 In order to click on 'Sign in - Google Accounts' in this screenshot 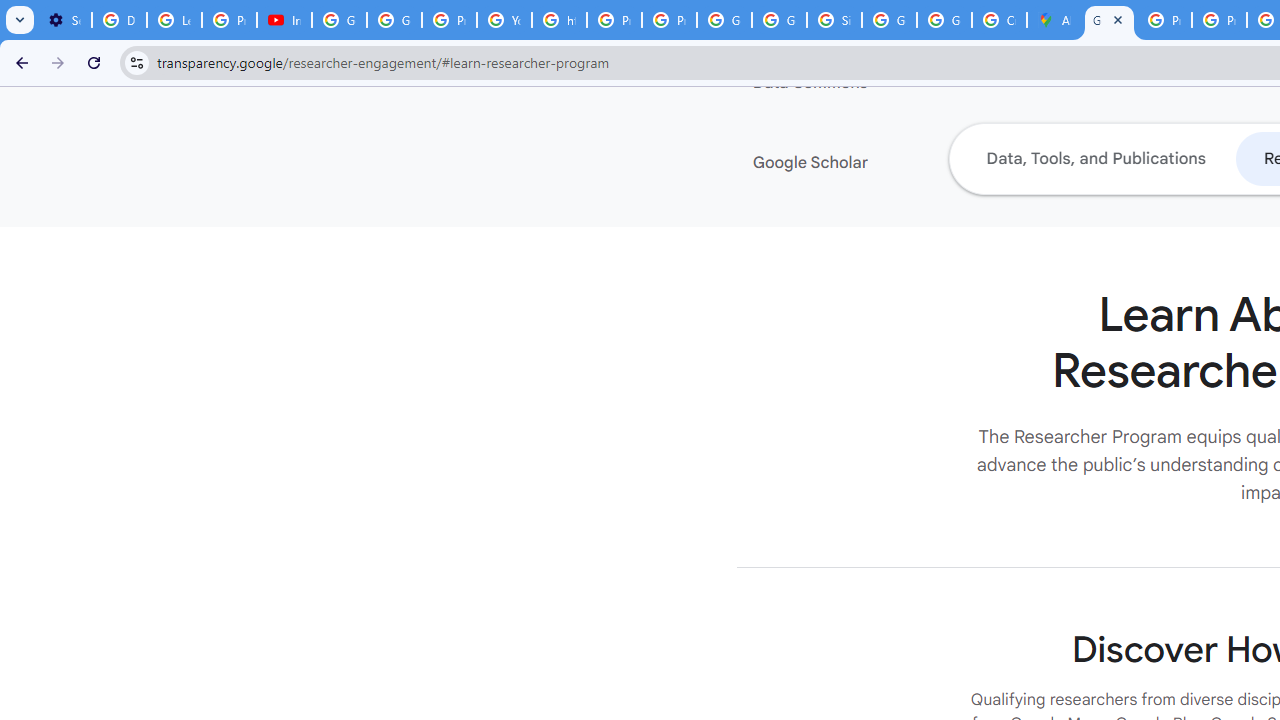, I will do `click(833, 20)`.